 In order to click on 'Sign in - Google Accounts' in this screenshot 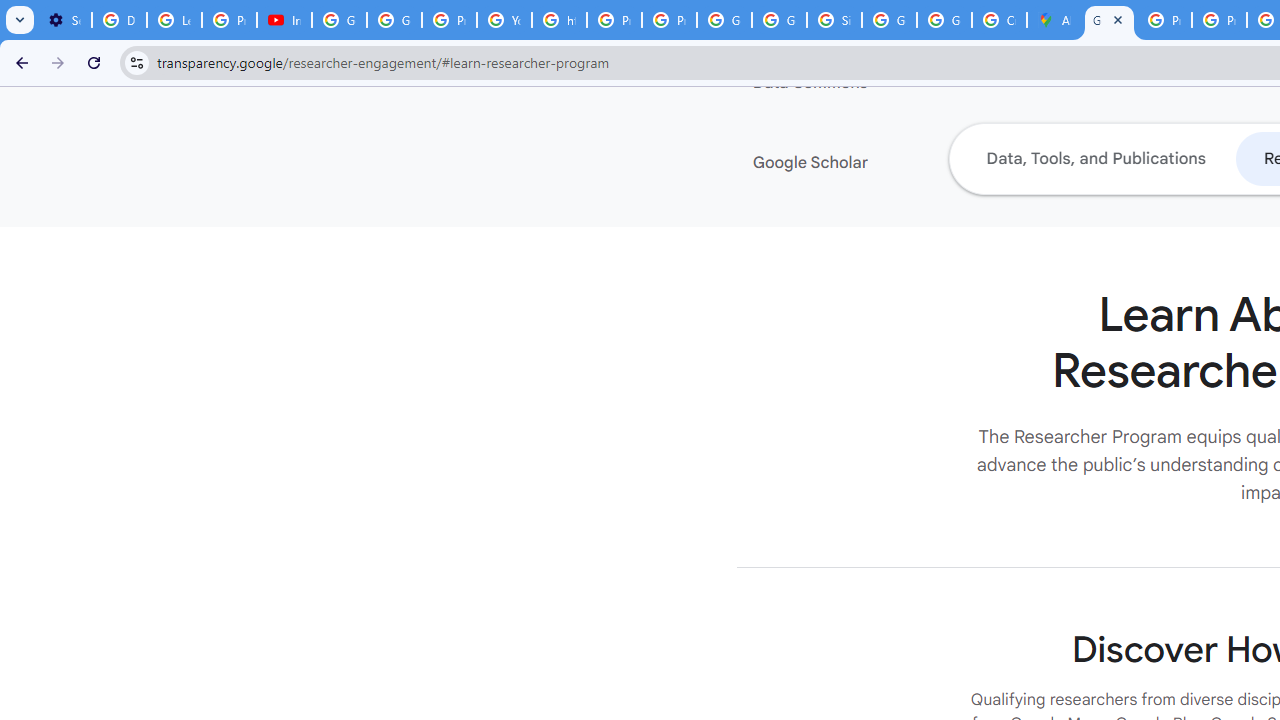, I will do `click(833, 20)`.